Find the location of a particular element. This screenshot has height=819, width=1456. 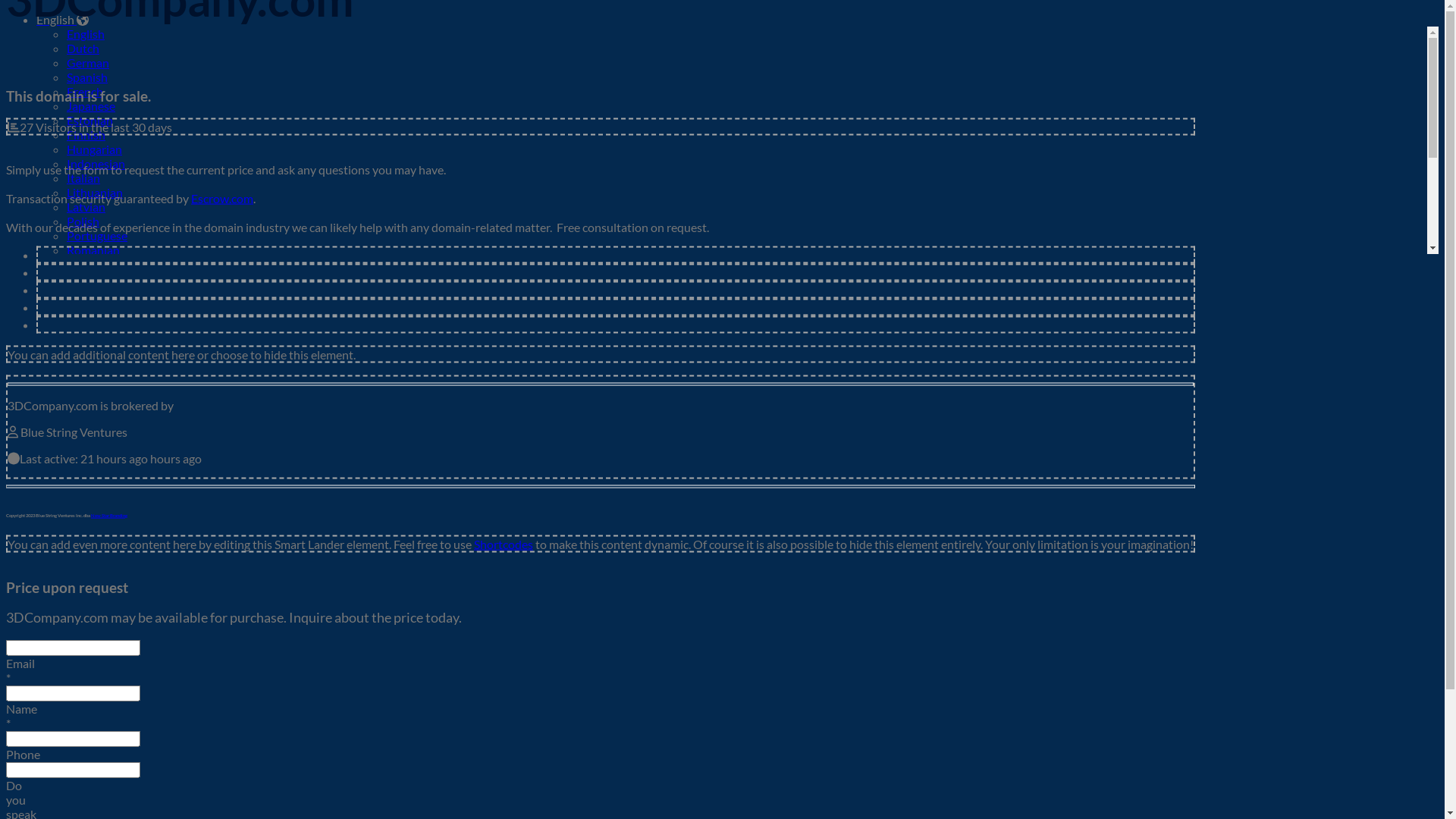

'Russian' is located at coordinates (86, 263).